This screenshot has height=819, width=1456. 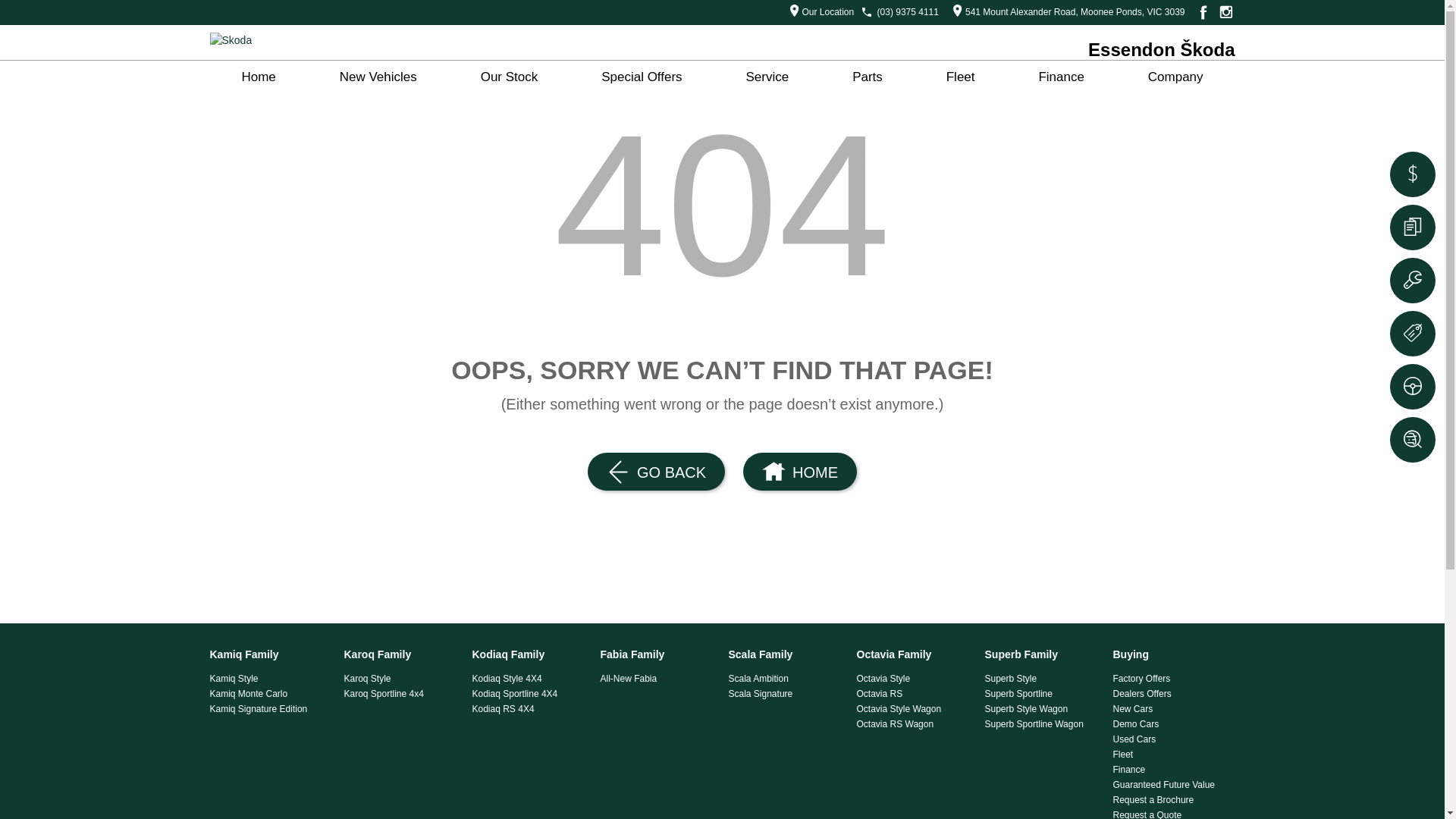 I want to click on 'Demo Cars', so click(x=1113, y=723).